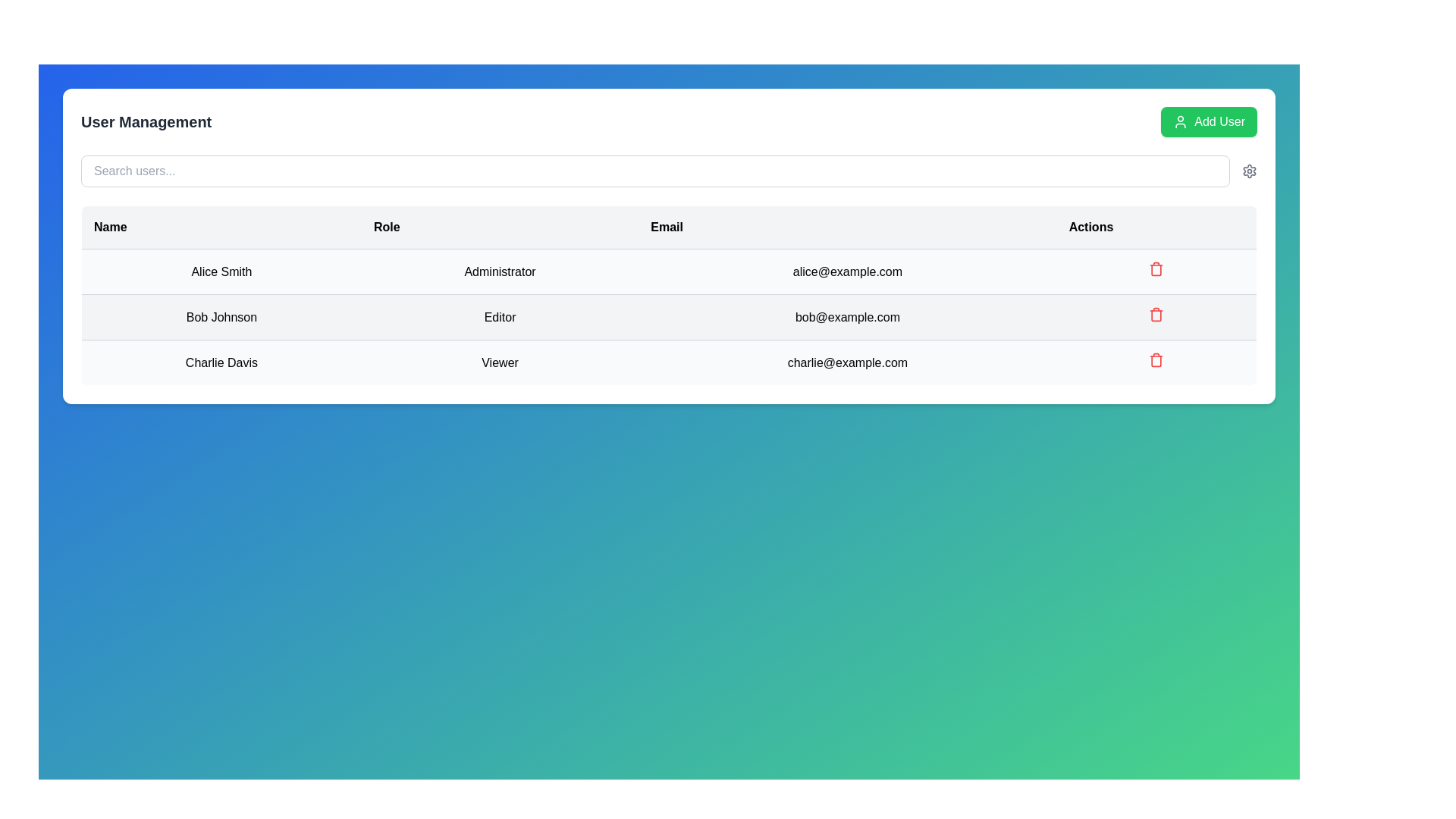 The height and width of the screenshot is (819, 1456). Describe the element at coordinates (668, 316) in the screenshot. I see `the second row of the table that contains 'Bob Johnson', 'Editor', and 'bob@example.com' to interact with its cells` at that location.